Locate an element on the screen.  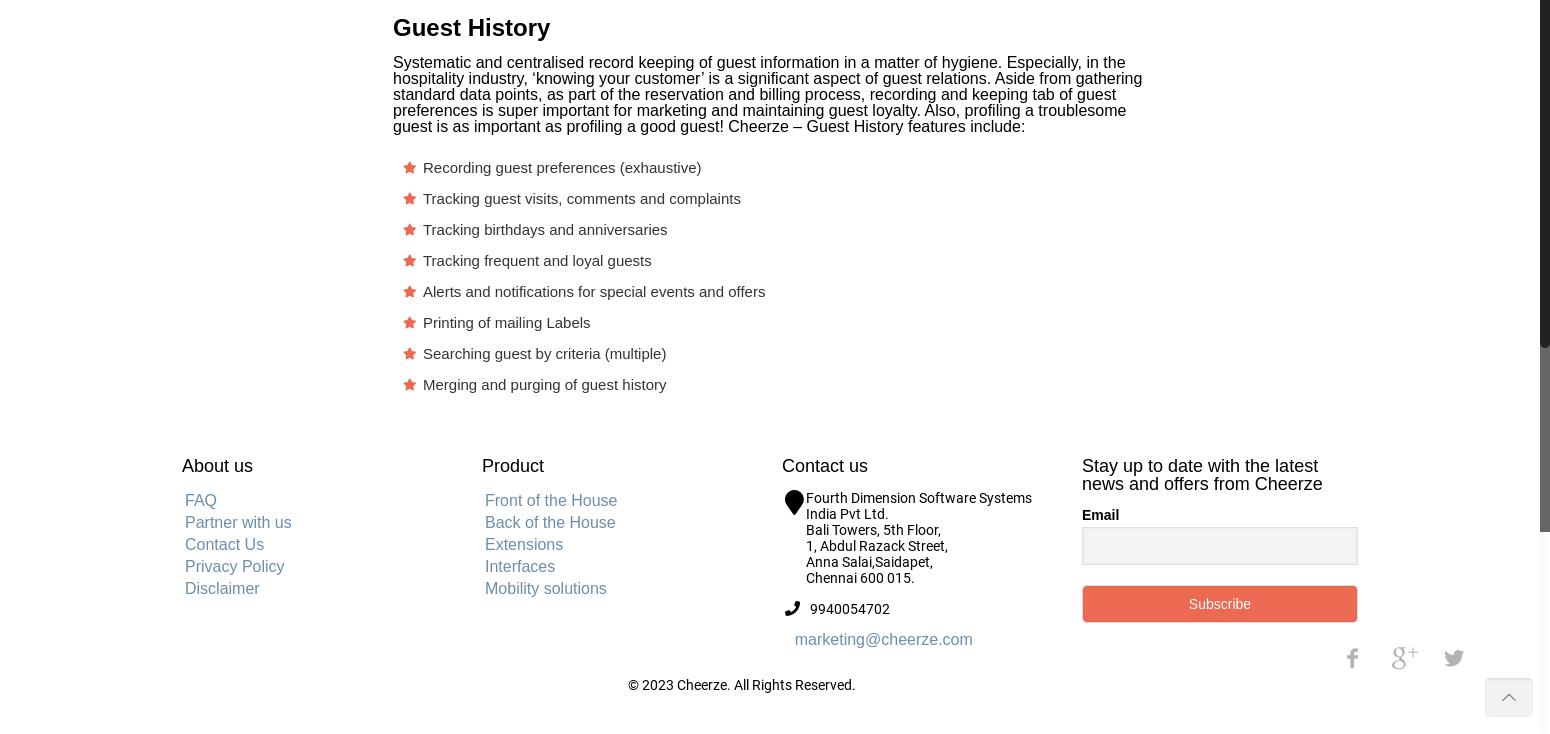
'1, Abdul Razack Street,' is located at coordinates (804, 545).